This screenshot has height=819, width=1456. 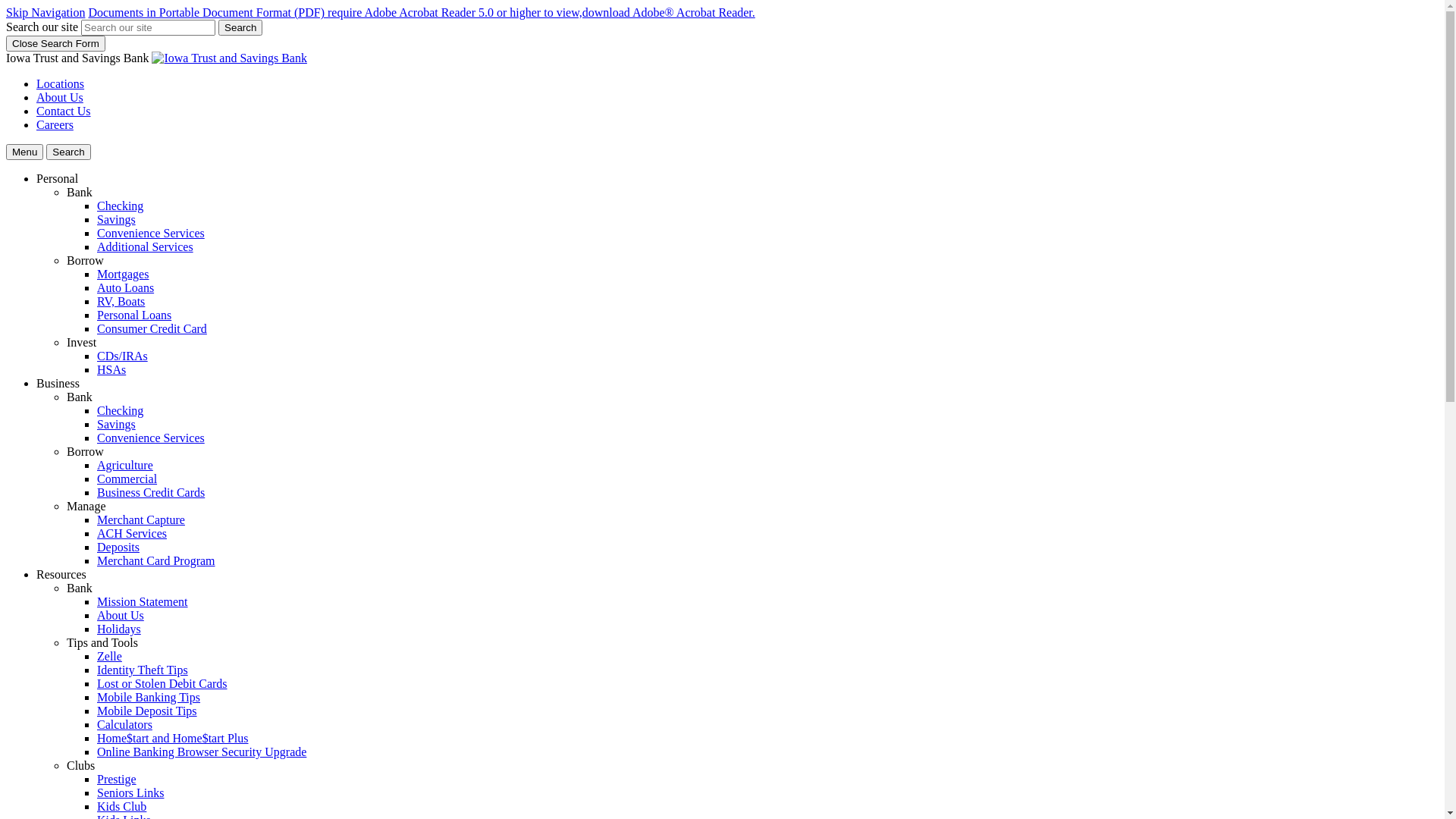 I want to click on 'Prestige', so click(x=115, y=779).